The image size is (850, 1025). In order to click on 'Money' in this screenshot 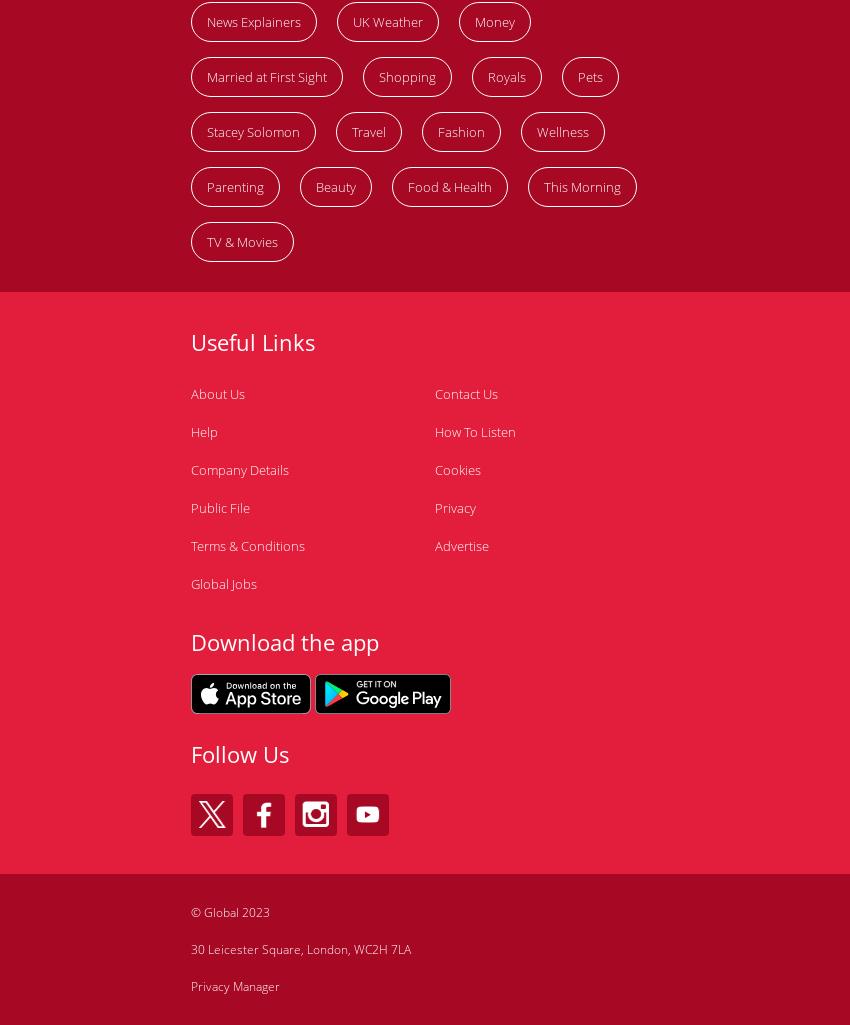, I will do `click(495, 21)`.